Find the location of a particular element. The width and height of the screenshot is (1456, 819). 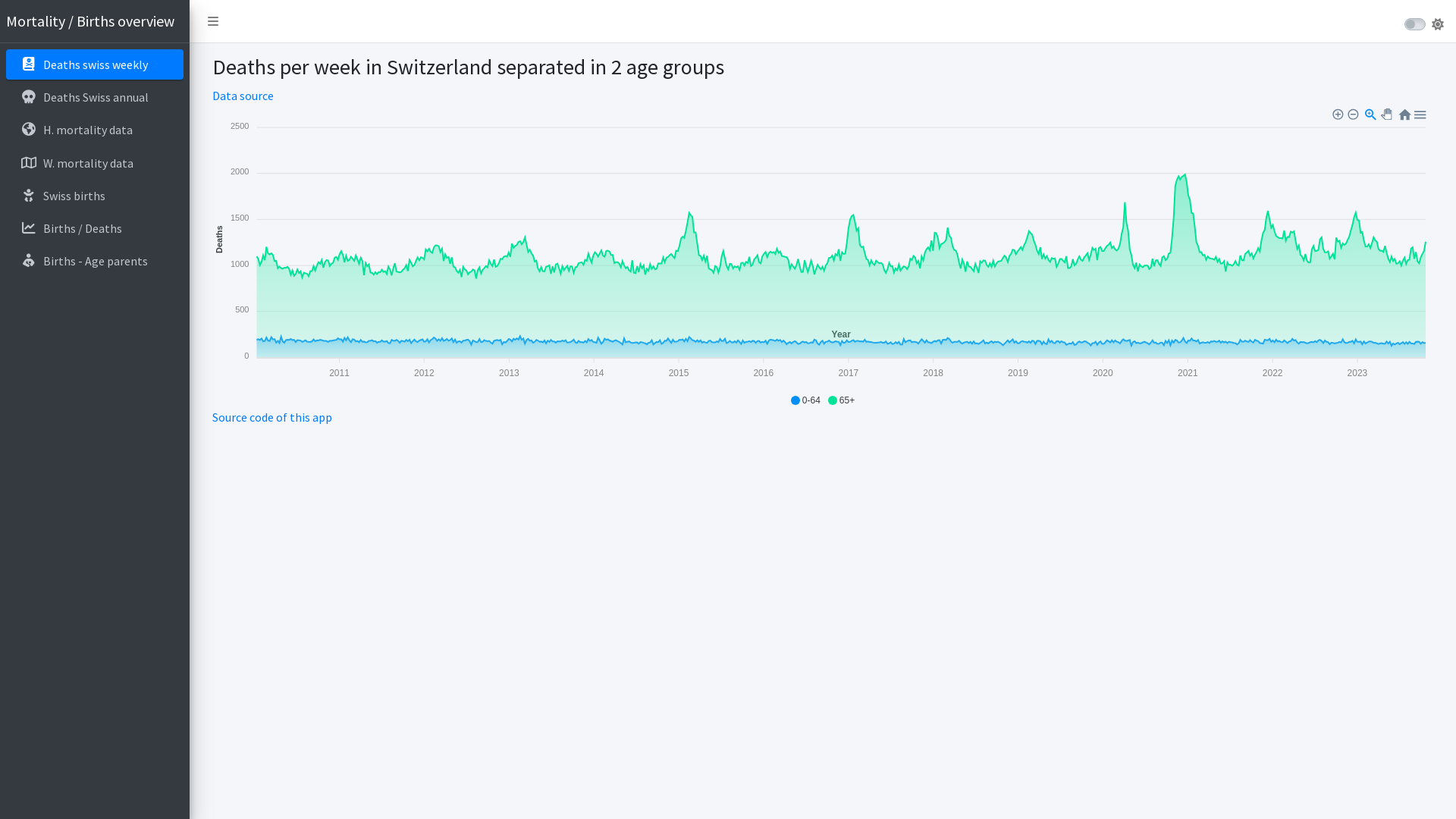

'W. mortality data' is located at coordinates (93, 163).